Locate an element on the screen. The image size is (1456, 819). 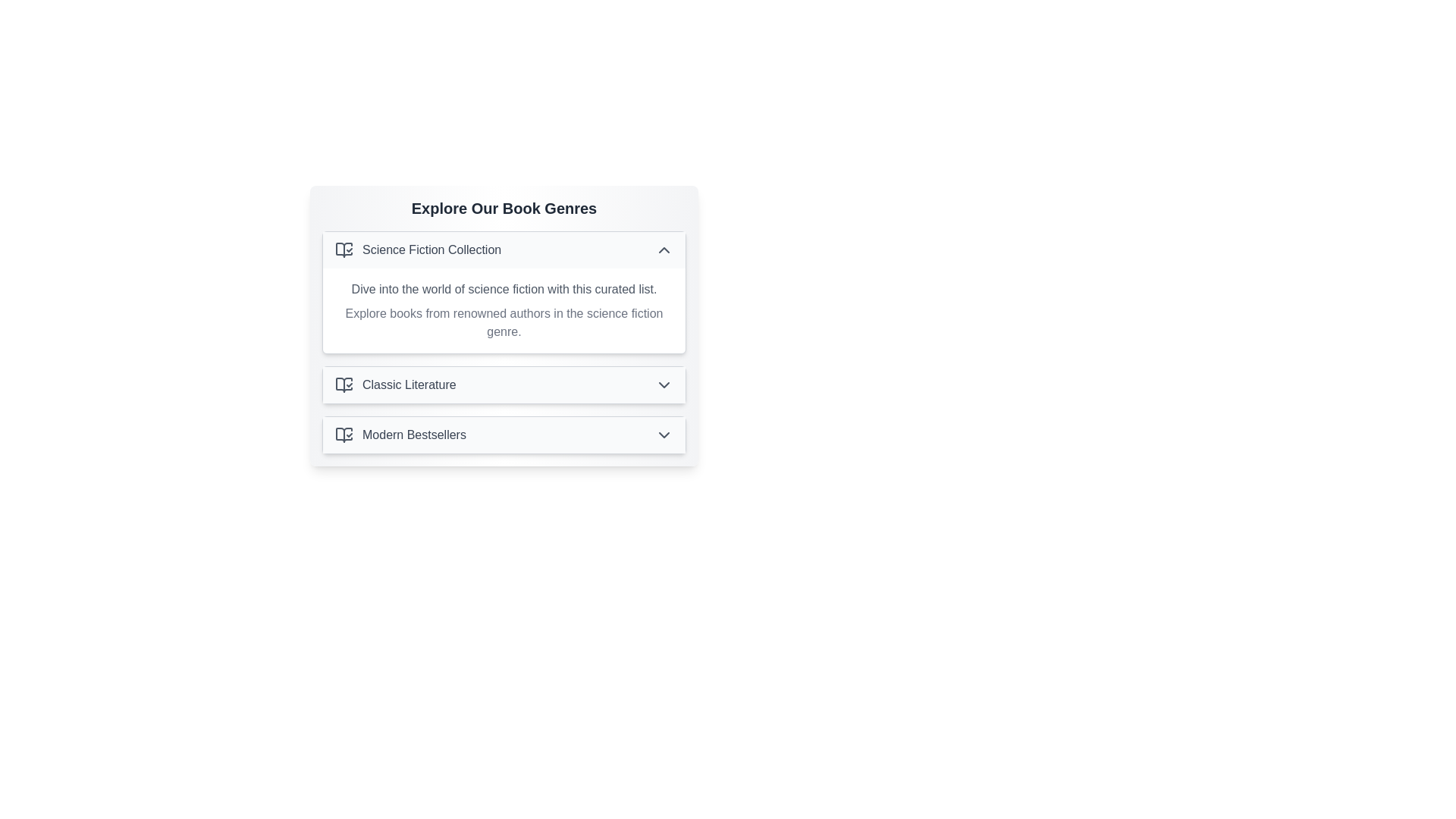
the book icon with a checkmark, which is the first element in the horizontal group aligned to the left of the 'Modern Bestsellers' label is located at coordinates (344, 435).